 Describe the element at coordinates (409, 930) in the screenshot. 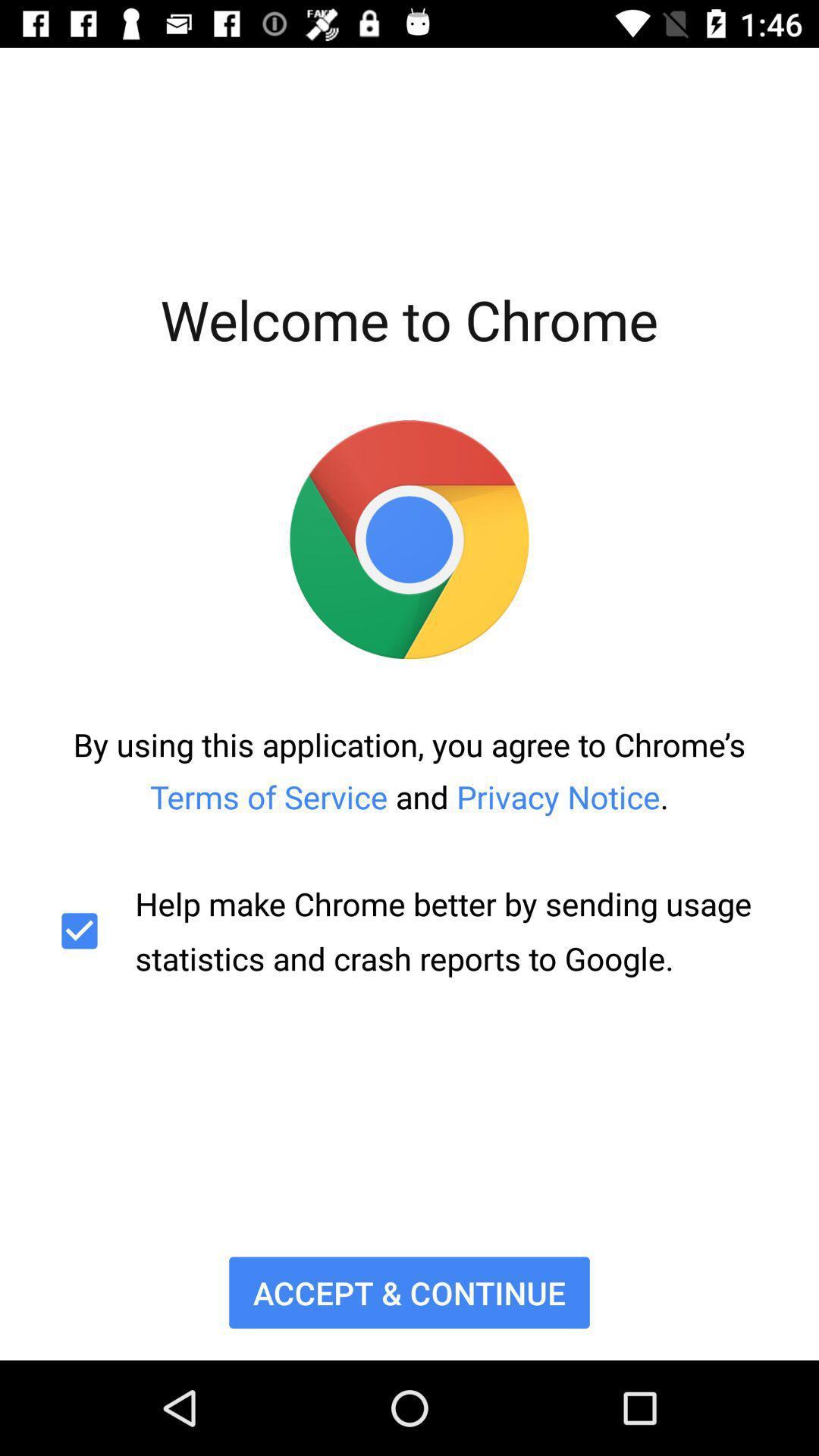

I see `the help make chrome` at that location.